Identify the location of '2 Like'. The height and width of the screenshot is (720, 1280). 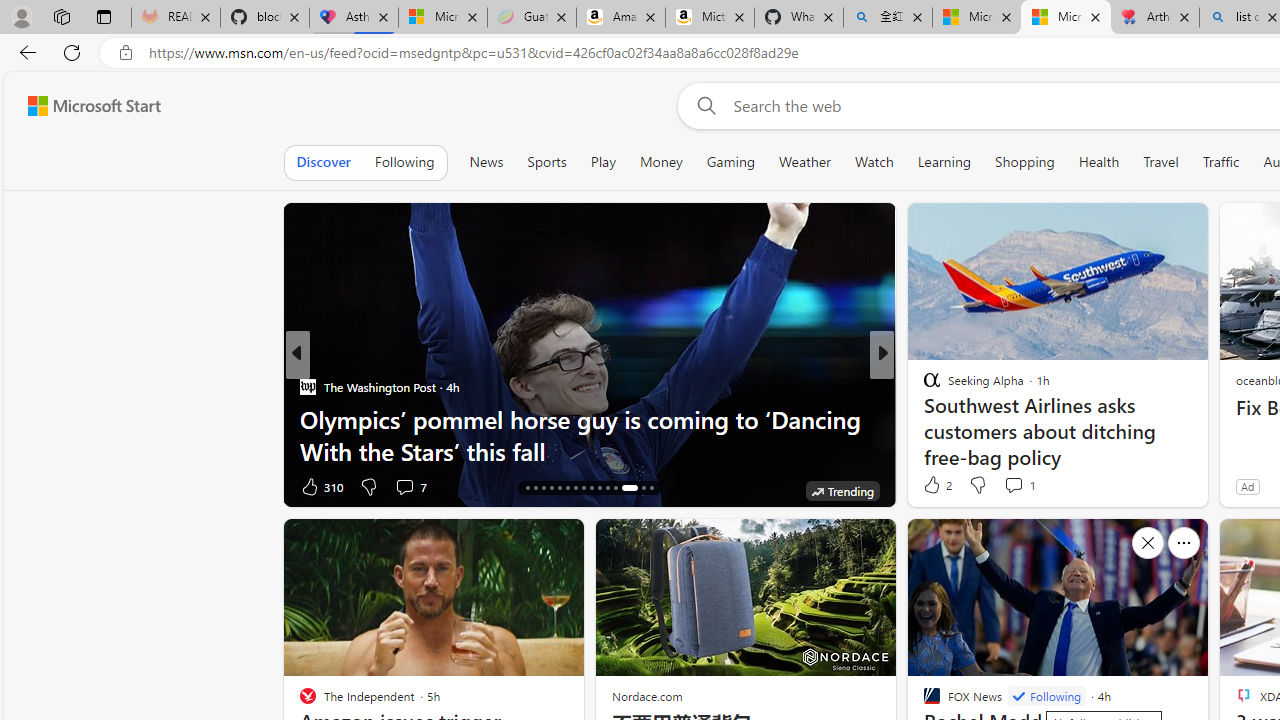
(935, 484).